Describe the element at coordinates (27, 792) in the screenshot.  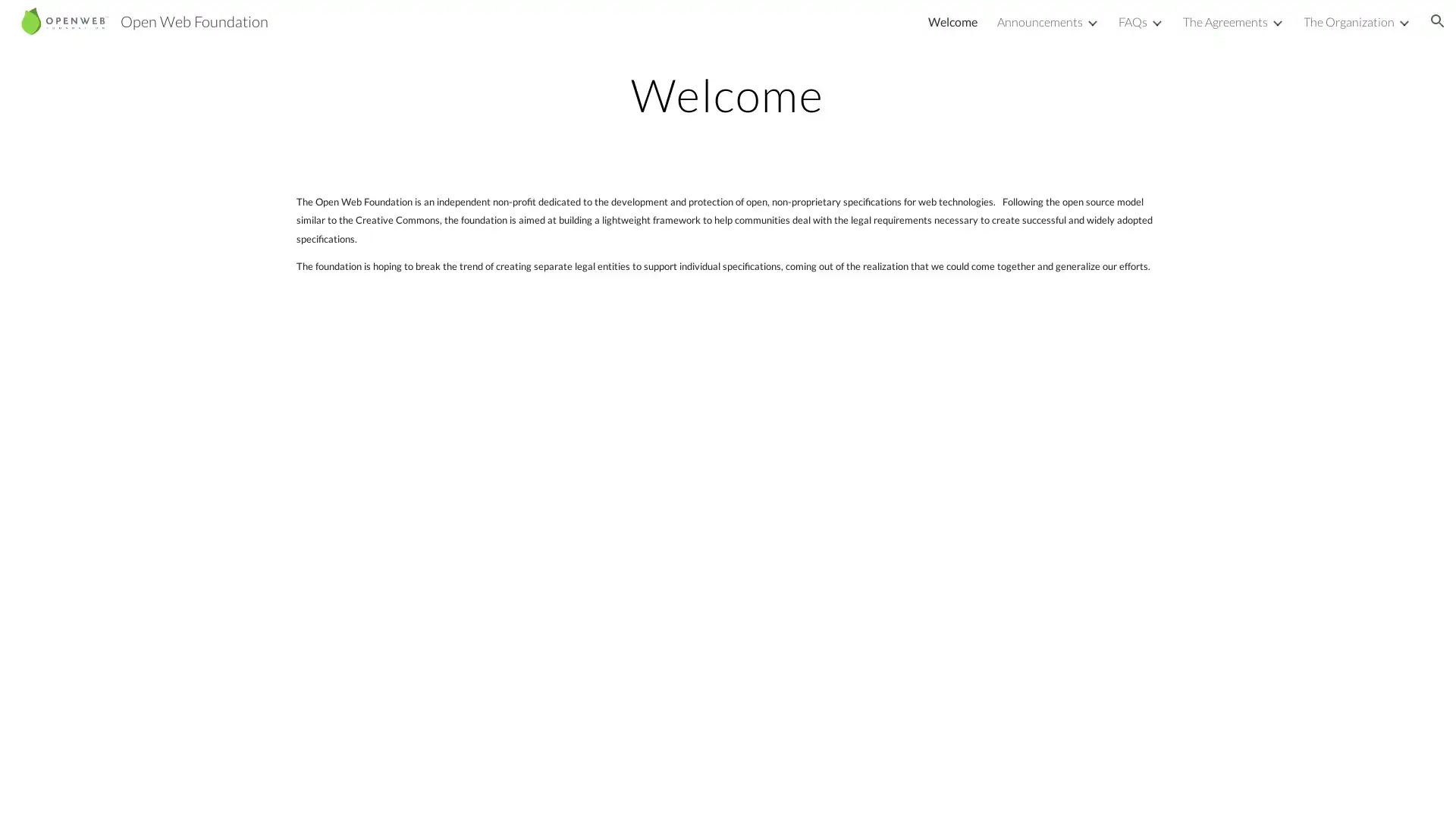
I see `Site actions` at that location.